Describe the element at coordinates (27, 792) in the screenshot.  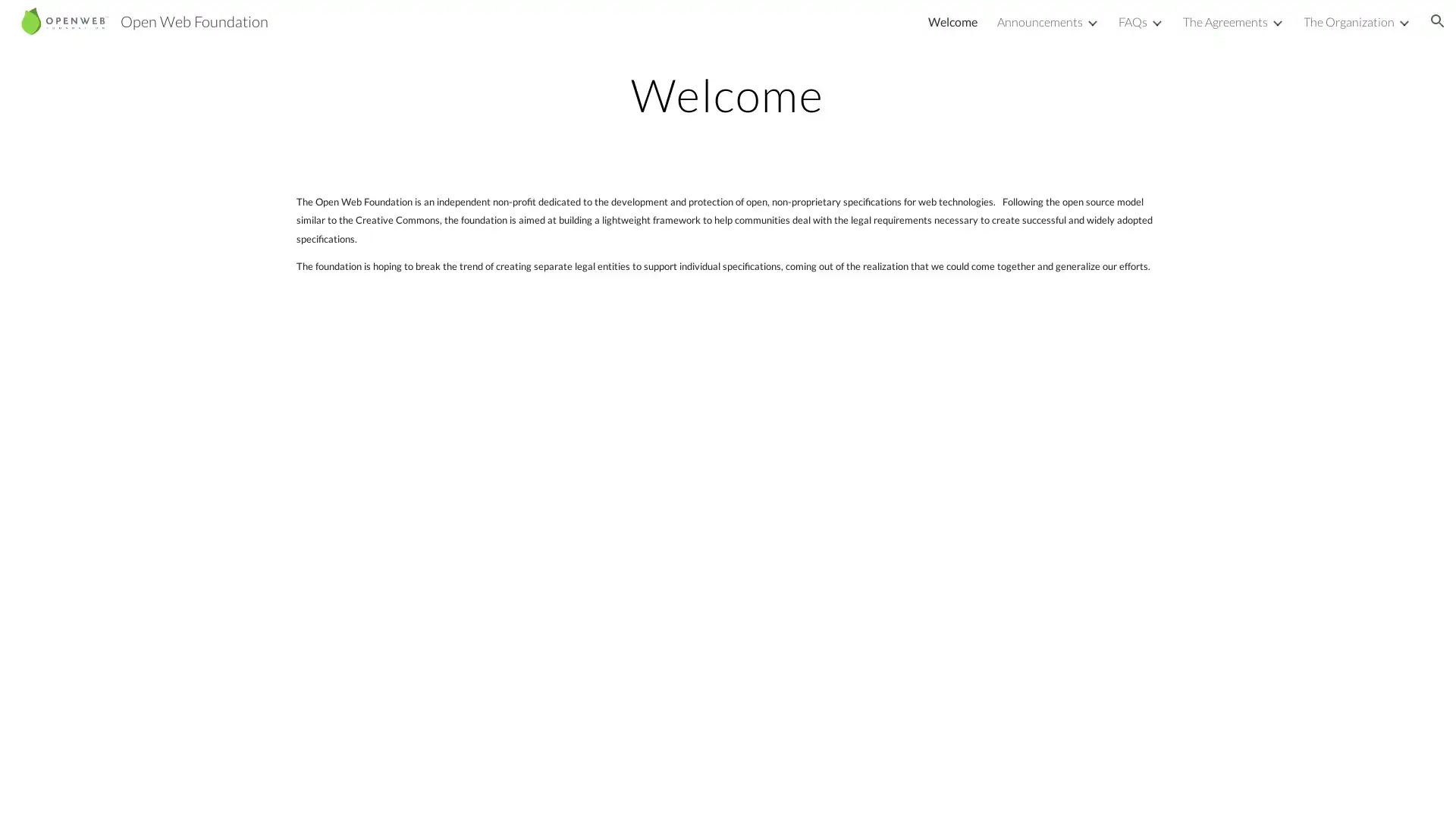
I see `Site actions` at that location.